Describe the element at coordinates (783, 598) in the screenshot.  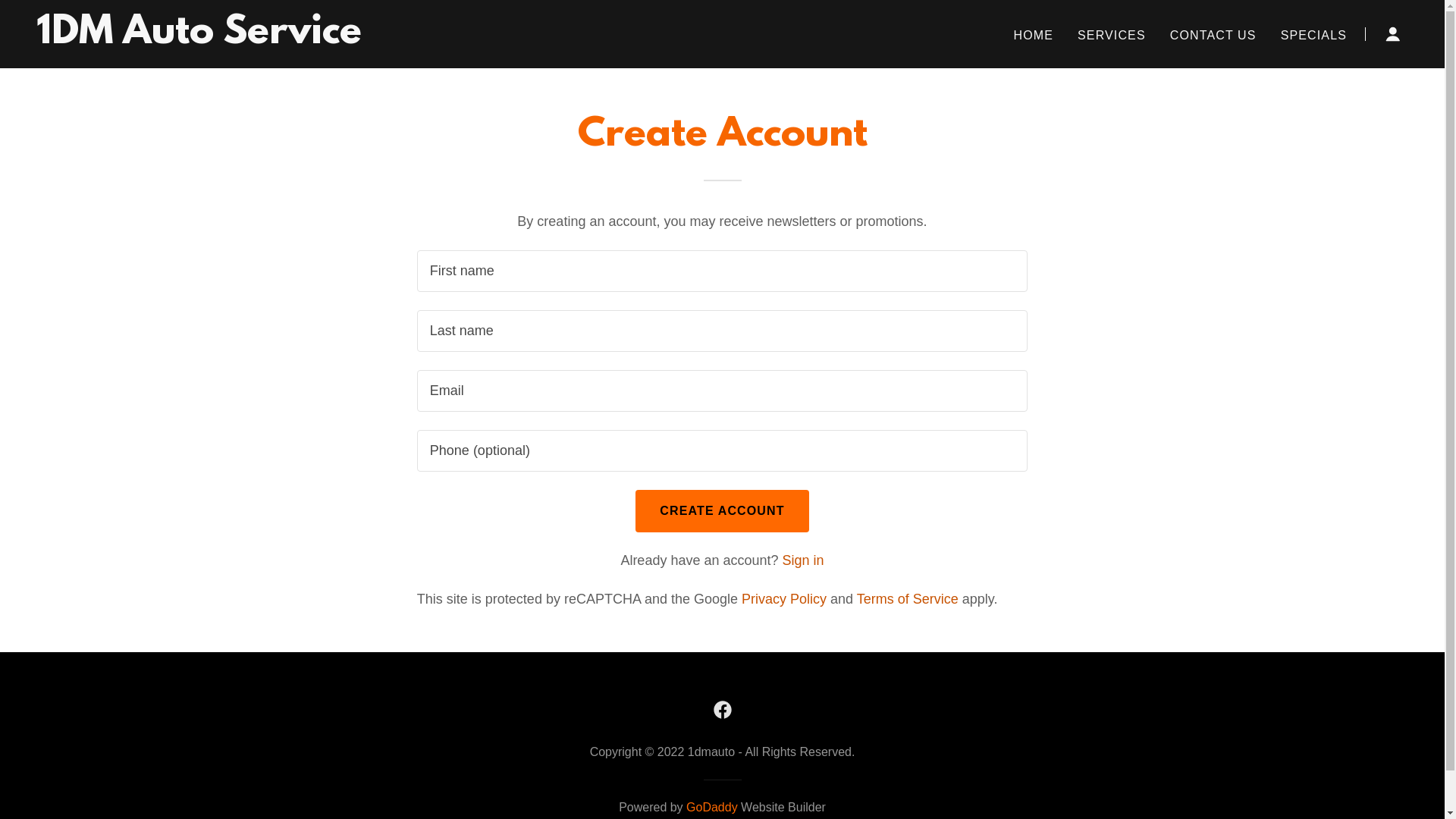
I see `'Privacy Policy'` at that location.